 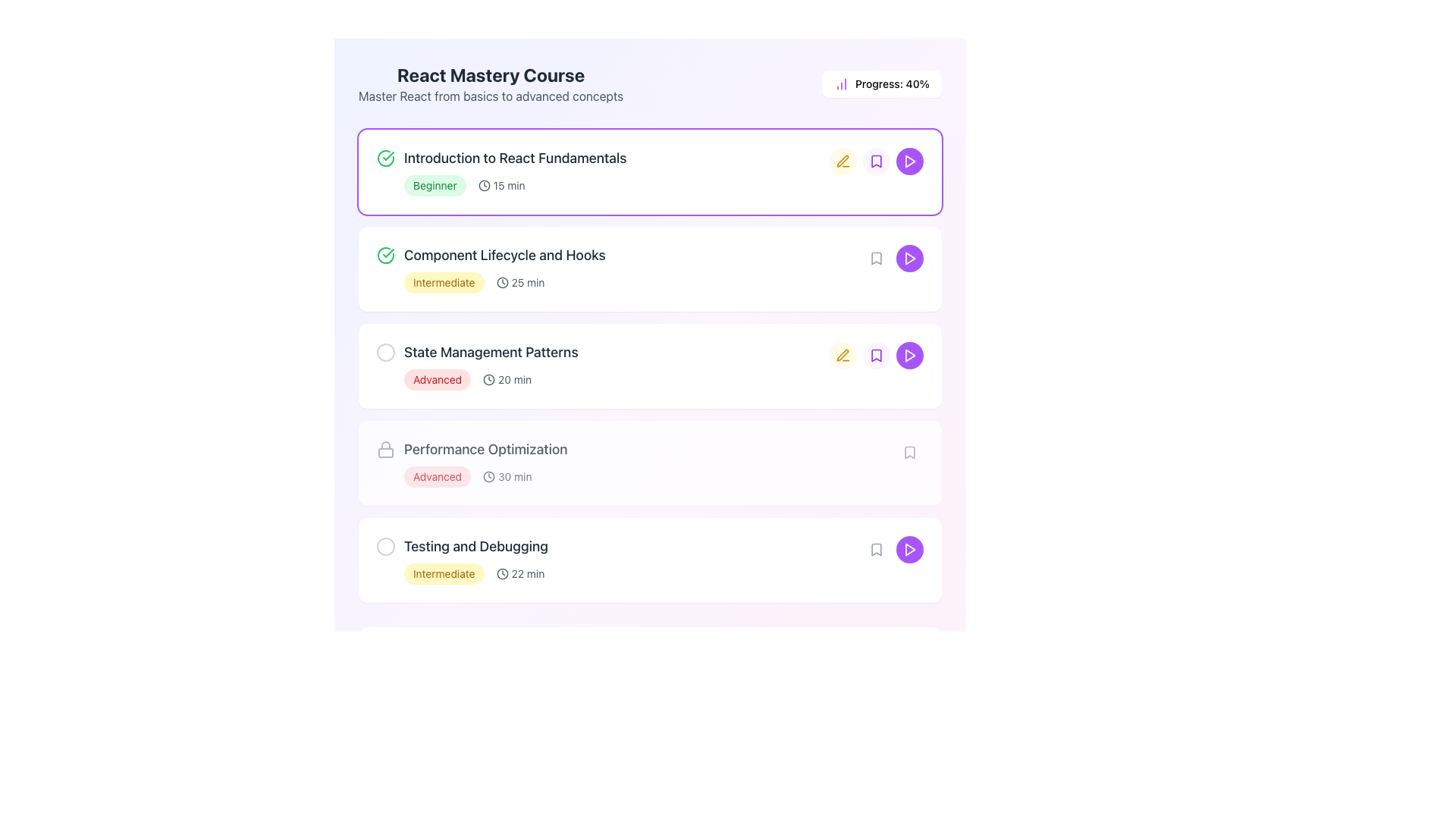 I want to click on the heading 'React Mastery Course' which is styled in bold, large dark gray font at the top of the page, above the subtitle, so click(x=491, y=75).